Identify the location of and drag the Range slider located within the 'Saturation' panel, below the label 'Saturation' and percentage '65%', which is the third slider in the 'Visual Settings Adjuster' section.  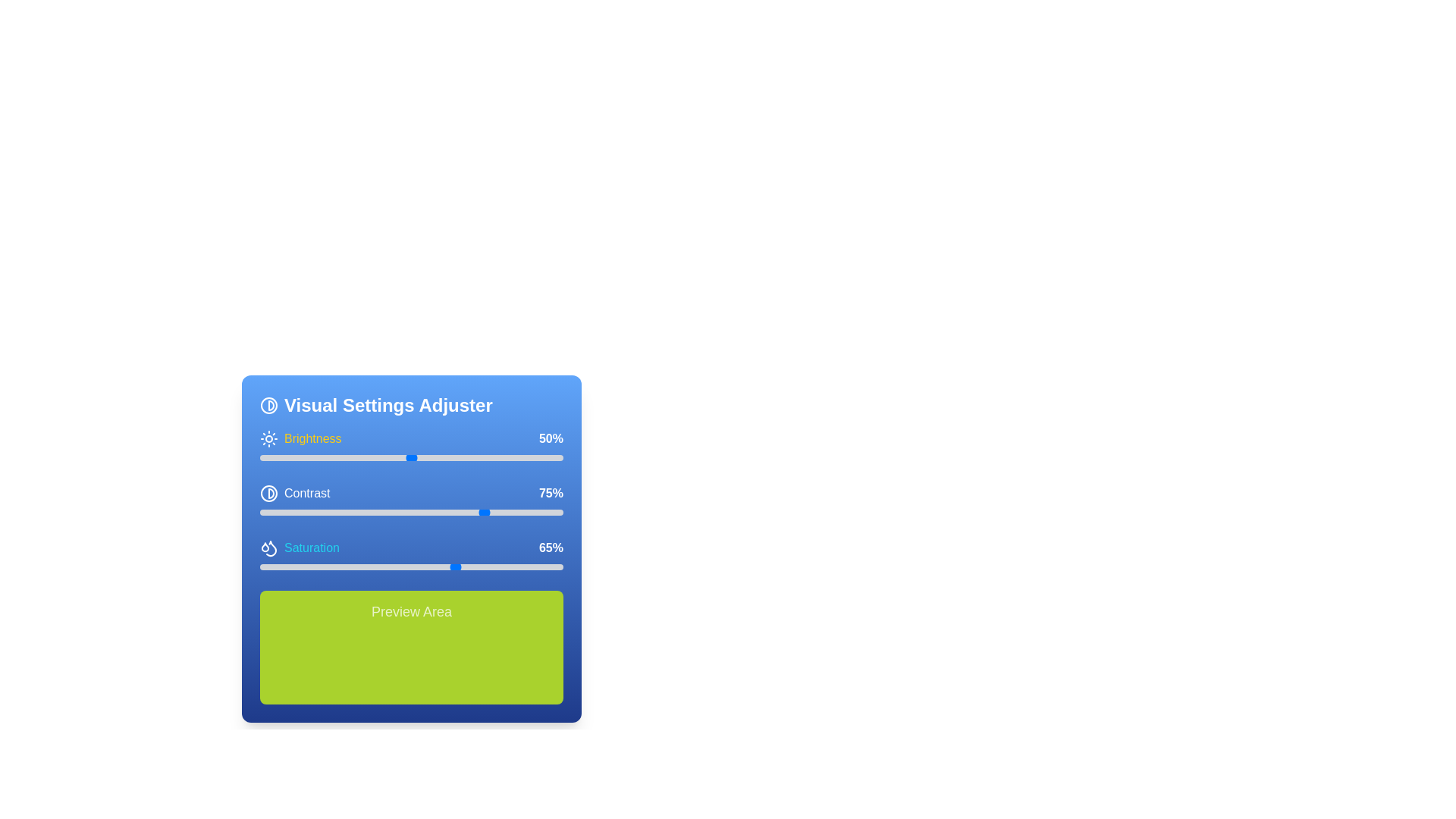
(411, 567).